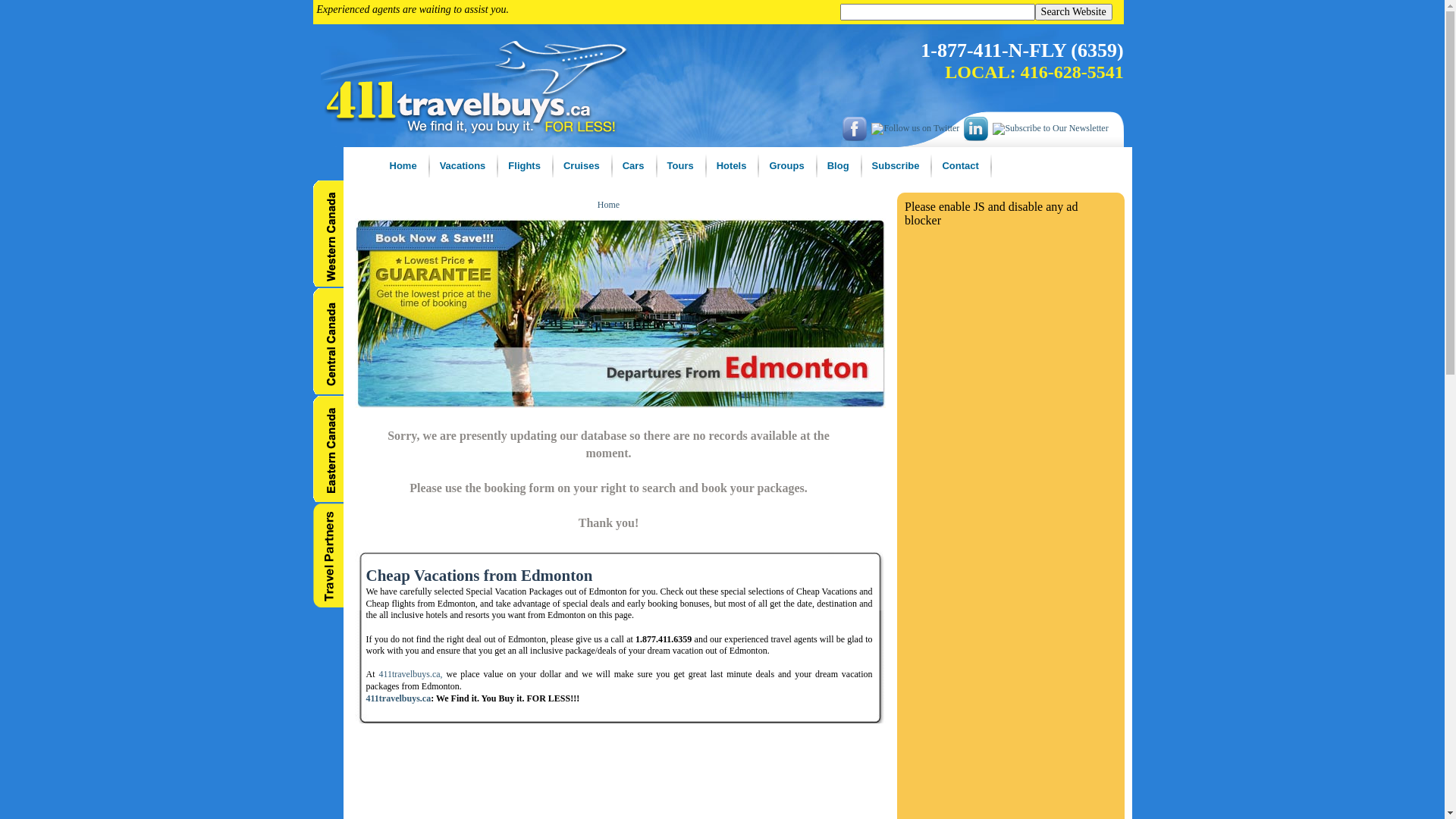 Image resolution: width=1456 pixels, height=819 pixels. I want to click on 'Contact', so click(960, 166).